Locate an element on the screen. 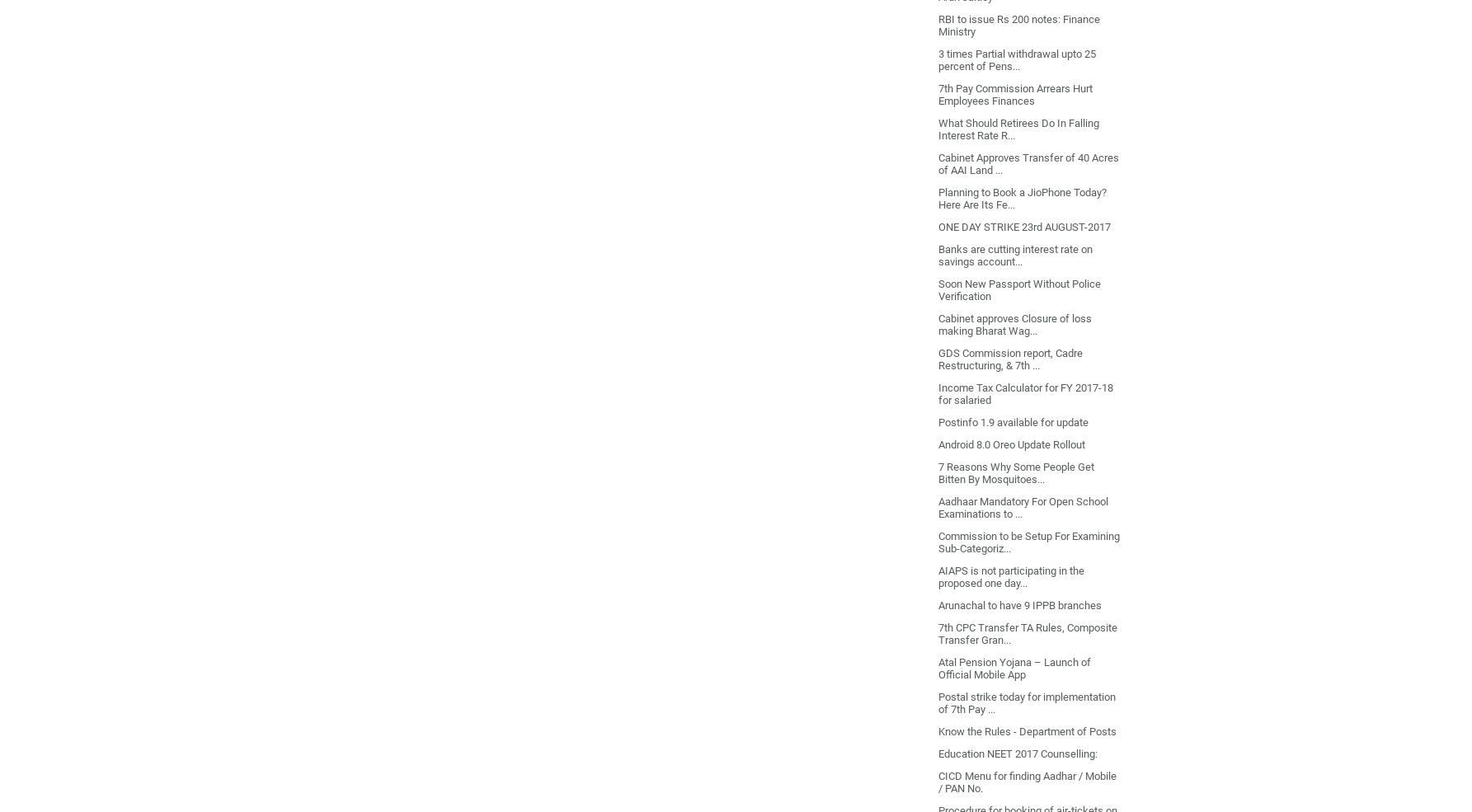  'Commission to be Setup For Examining Sub-Categoriz...' is located at coordinates (1028, 540).